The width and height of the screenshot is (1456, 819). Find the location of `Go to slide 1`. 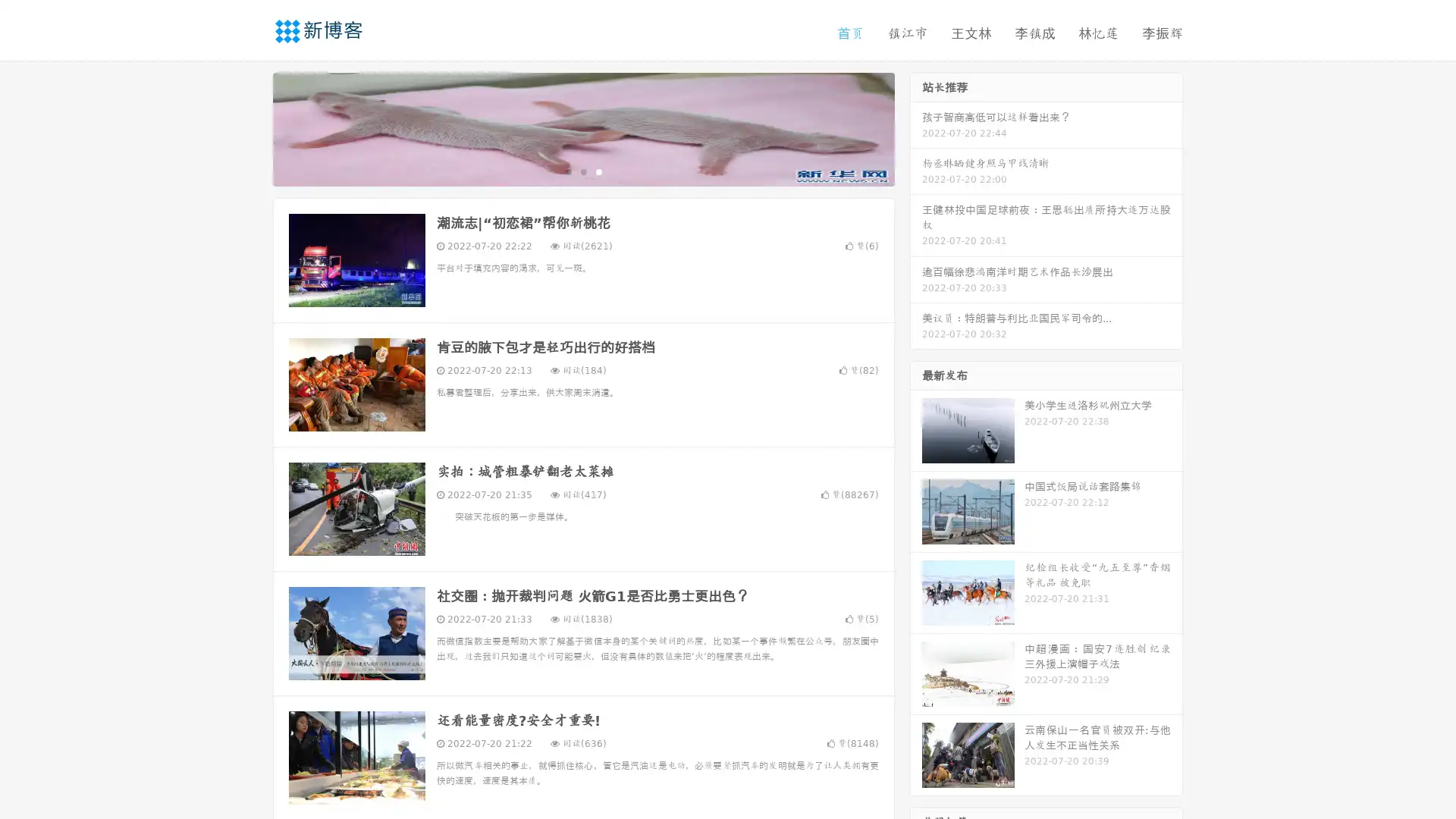

Go to slide 1 is located at coordinates (567, 171).